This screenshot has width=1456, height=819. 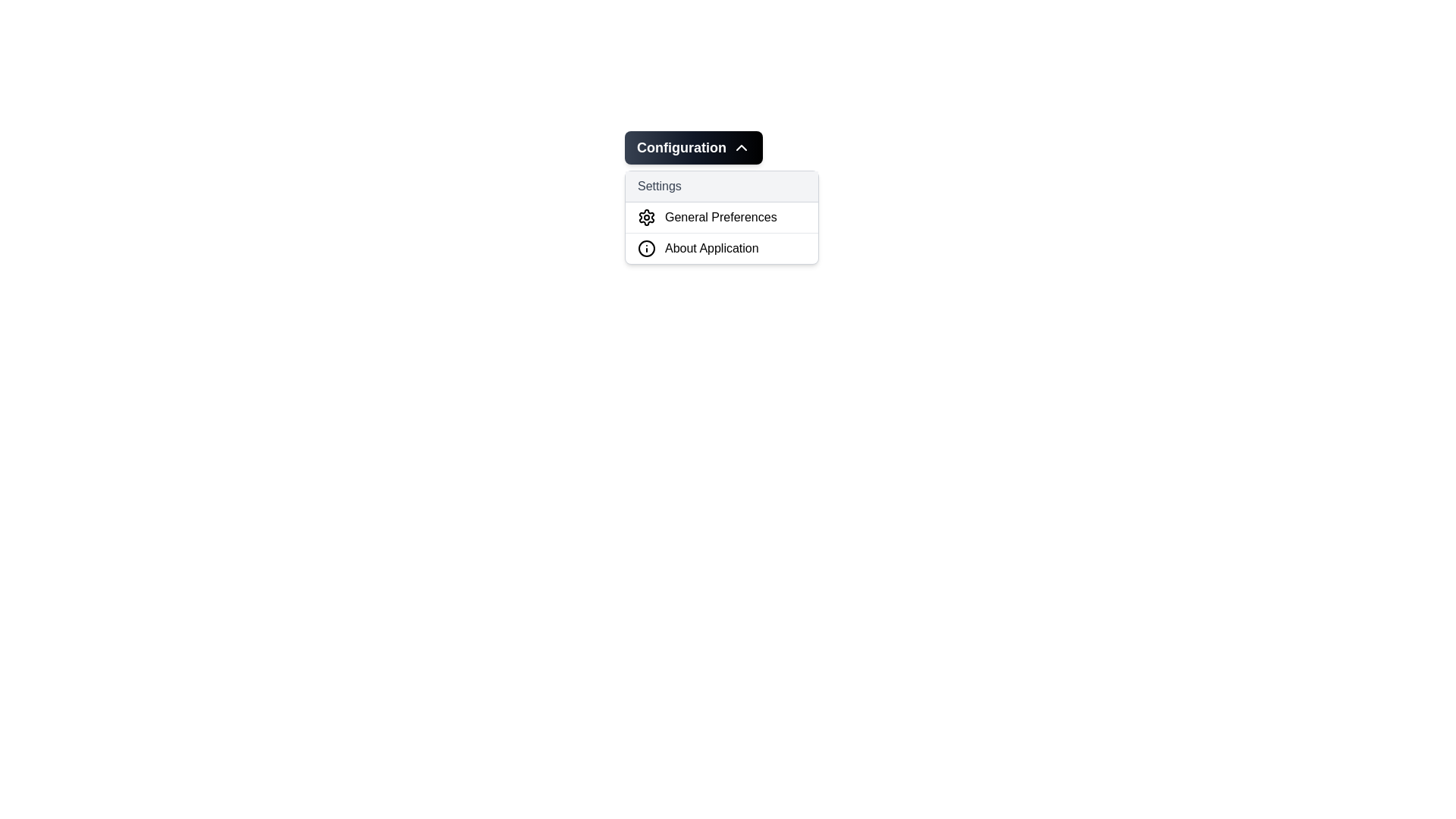 I want to click on the 'About Application' icon located under the 'Configuration' dropdown menu, which serves as a visual cue for users, so click(x=647, y=247).